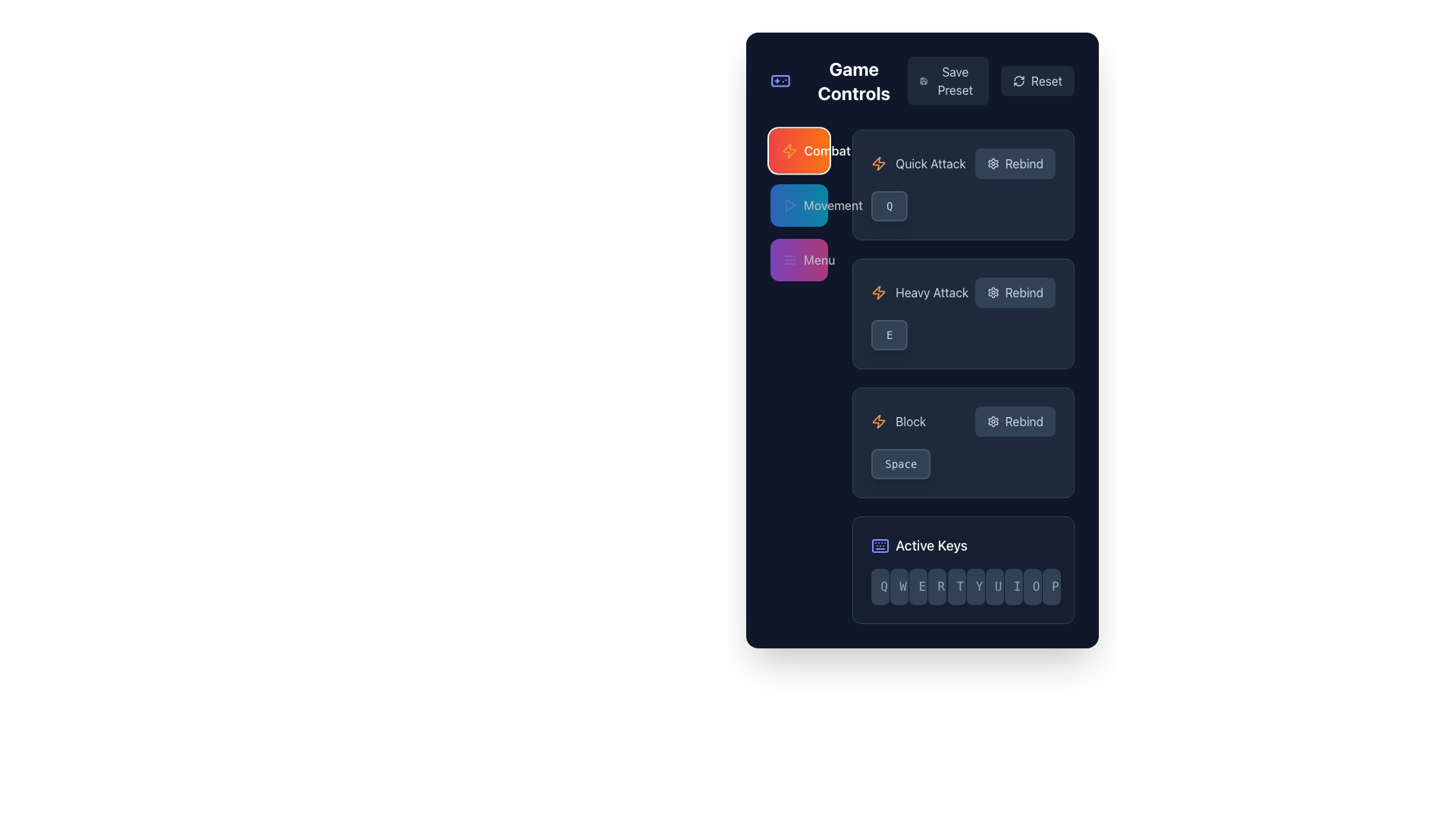  I want to click on the section header text label with an accompanying icon located at the upper-left section of the interface, preceding other elements like the 'Save Preset' button, so click(838, 81).